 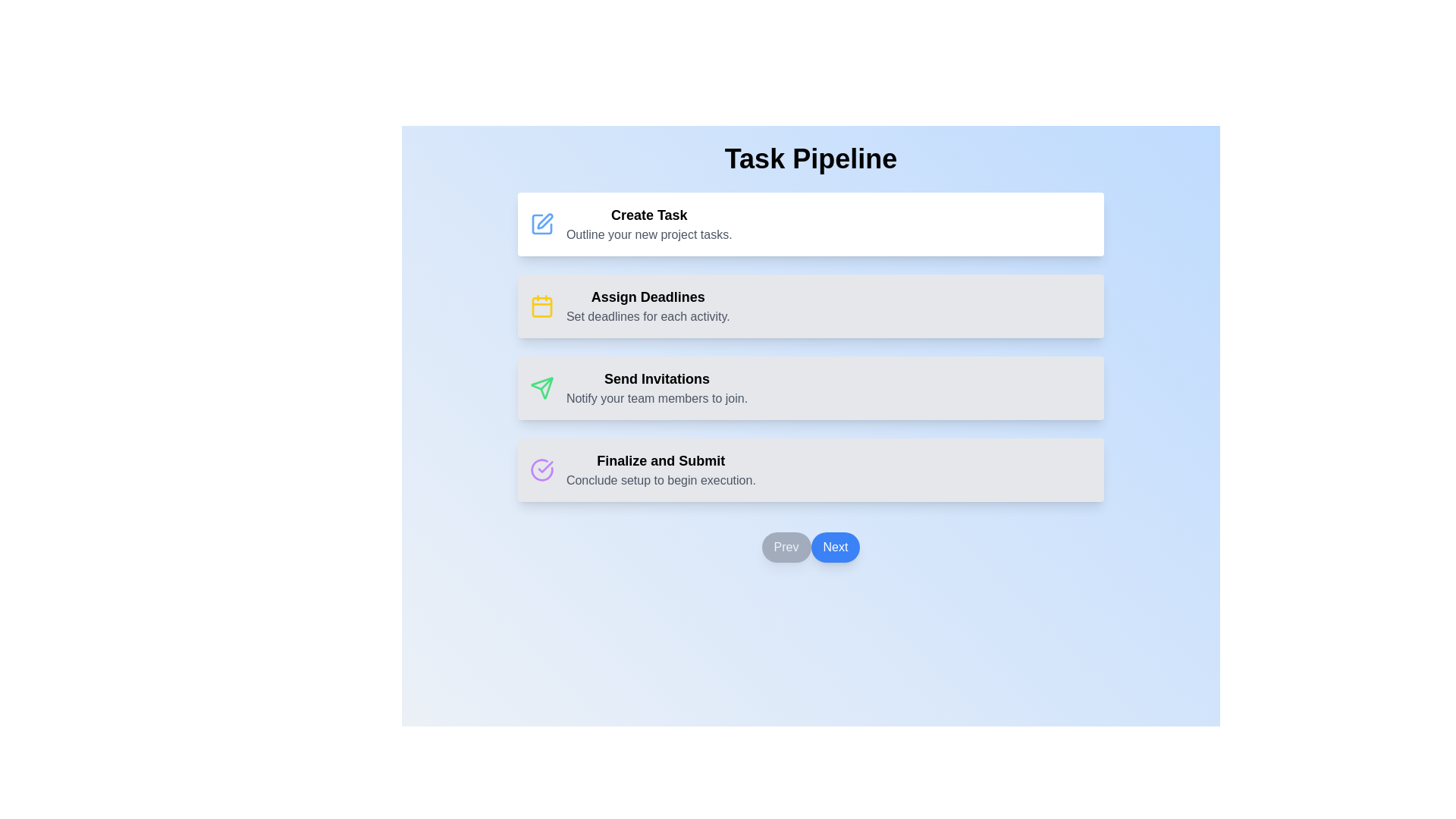 I want to click on the bold, black text labeled 'Assign Deadlines' that is styled with a larger font size and positioned over a light gray rectangular background, so click(x=648, y=297).